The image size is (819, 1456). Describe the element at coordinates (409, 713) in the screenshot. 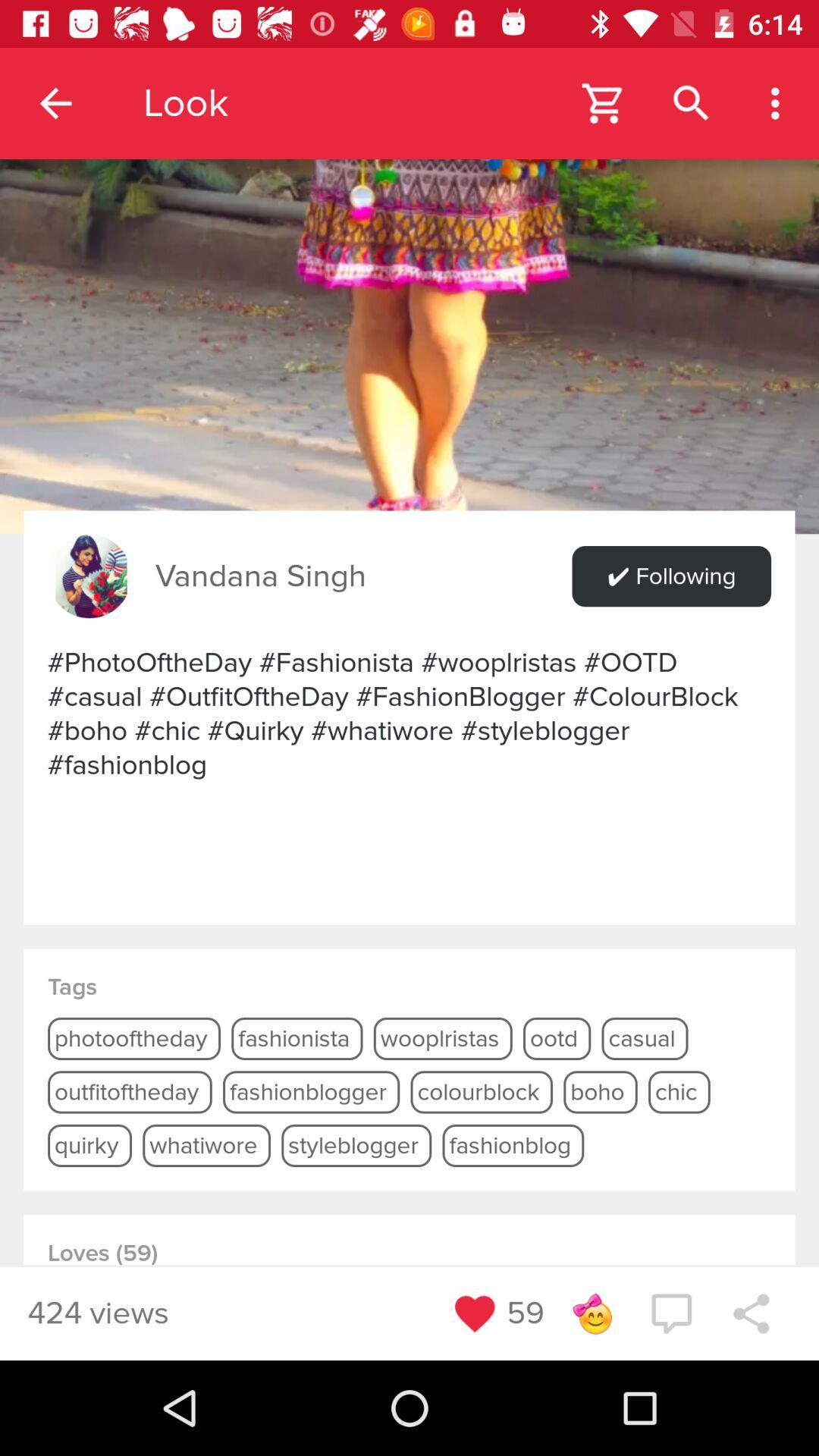

I see `icon at the center` at that location.